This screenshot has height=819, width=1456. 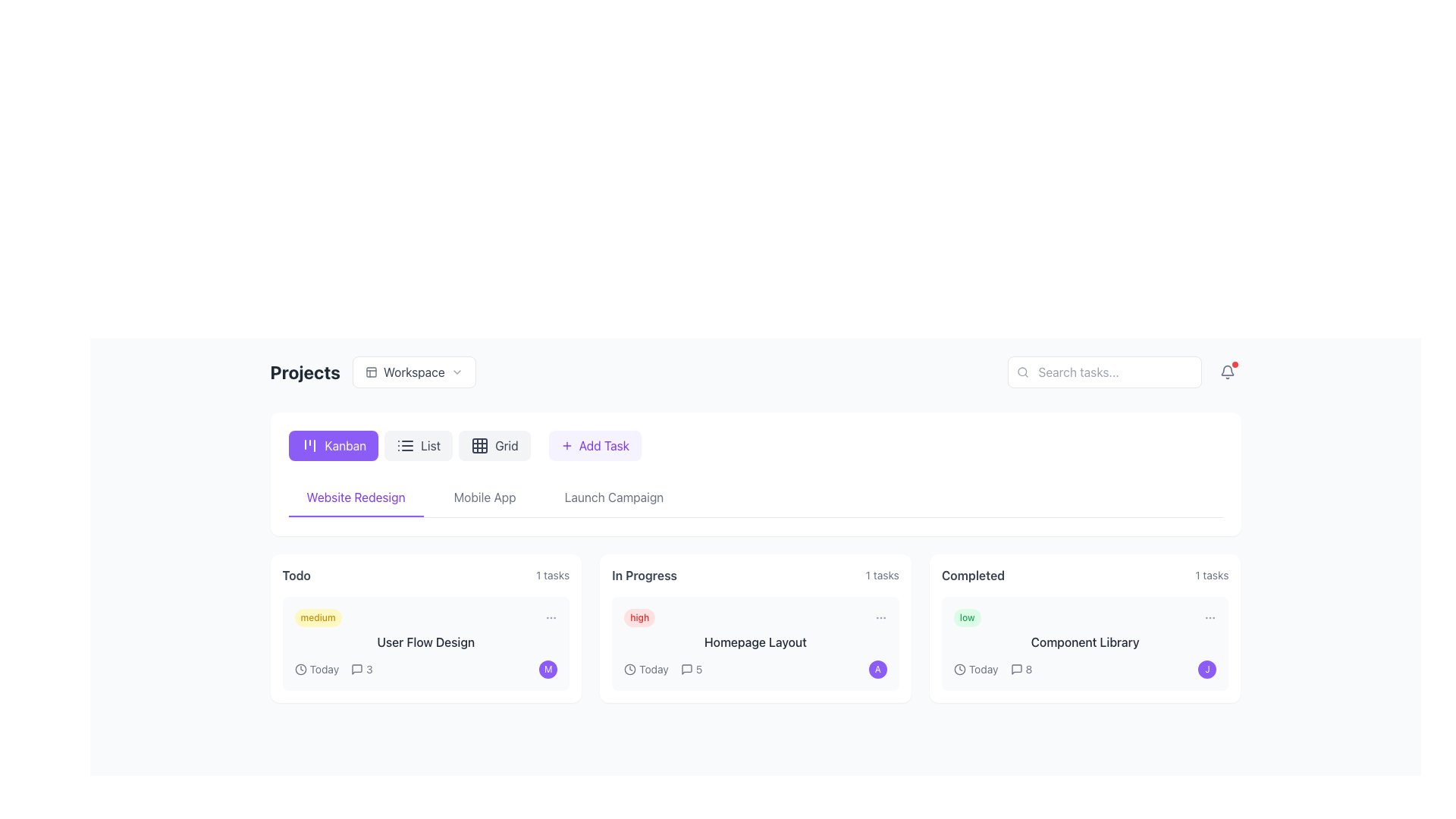 What do you see at coordinates (317, 617) in the screenshot?
I see `the pill-shaped status label with a yellow background and bold orange text reading 'medium', located in the 'Todo' section of the 'User Flow Design' card` at bounding box center [317, 617].